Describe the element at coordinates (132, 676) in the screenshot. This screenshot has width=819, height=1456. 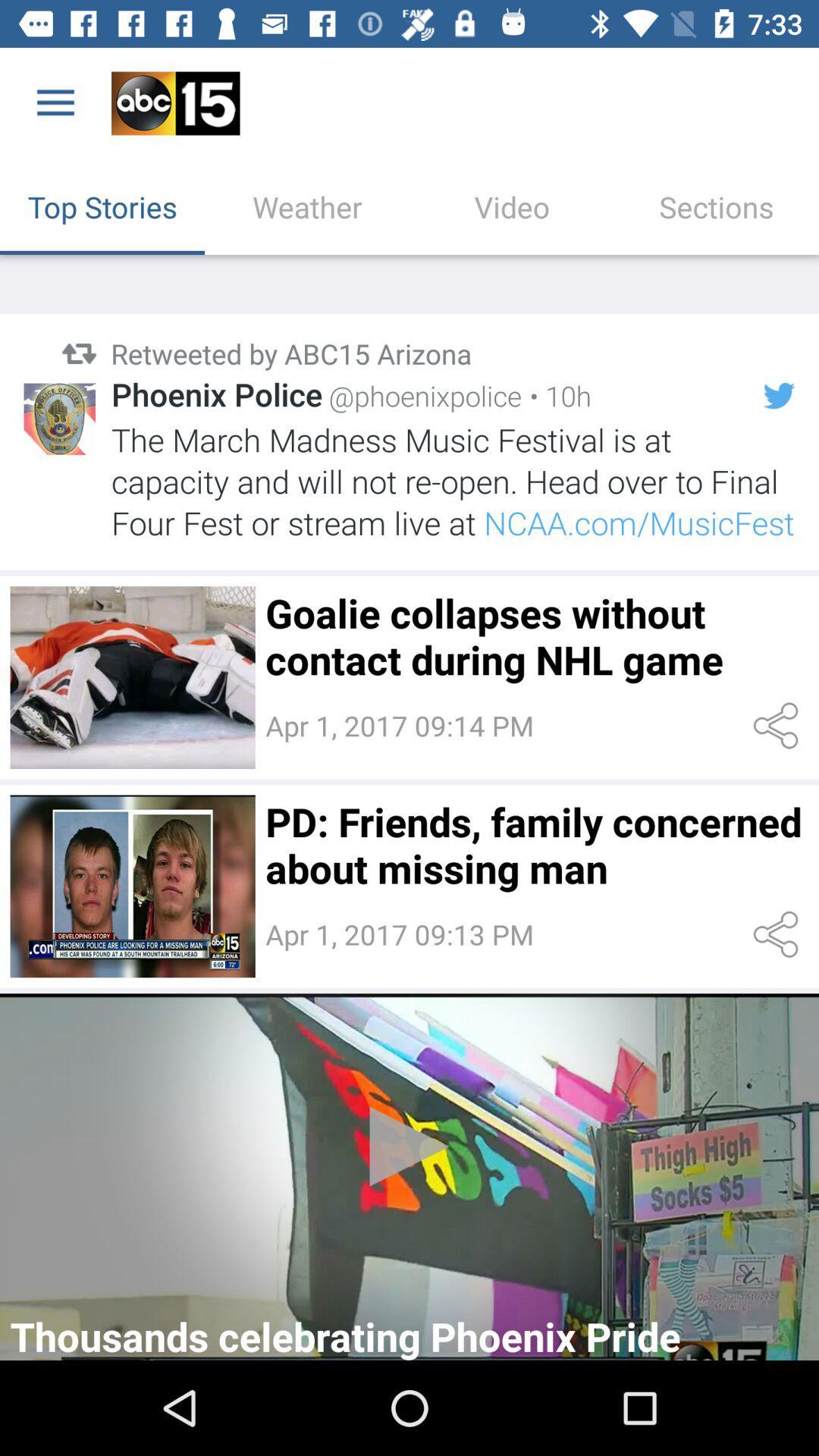
I see `image button` at that location.